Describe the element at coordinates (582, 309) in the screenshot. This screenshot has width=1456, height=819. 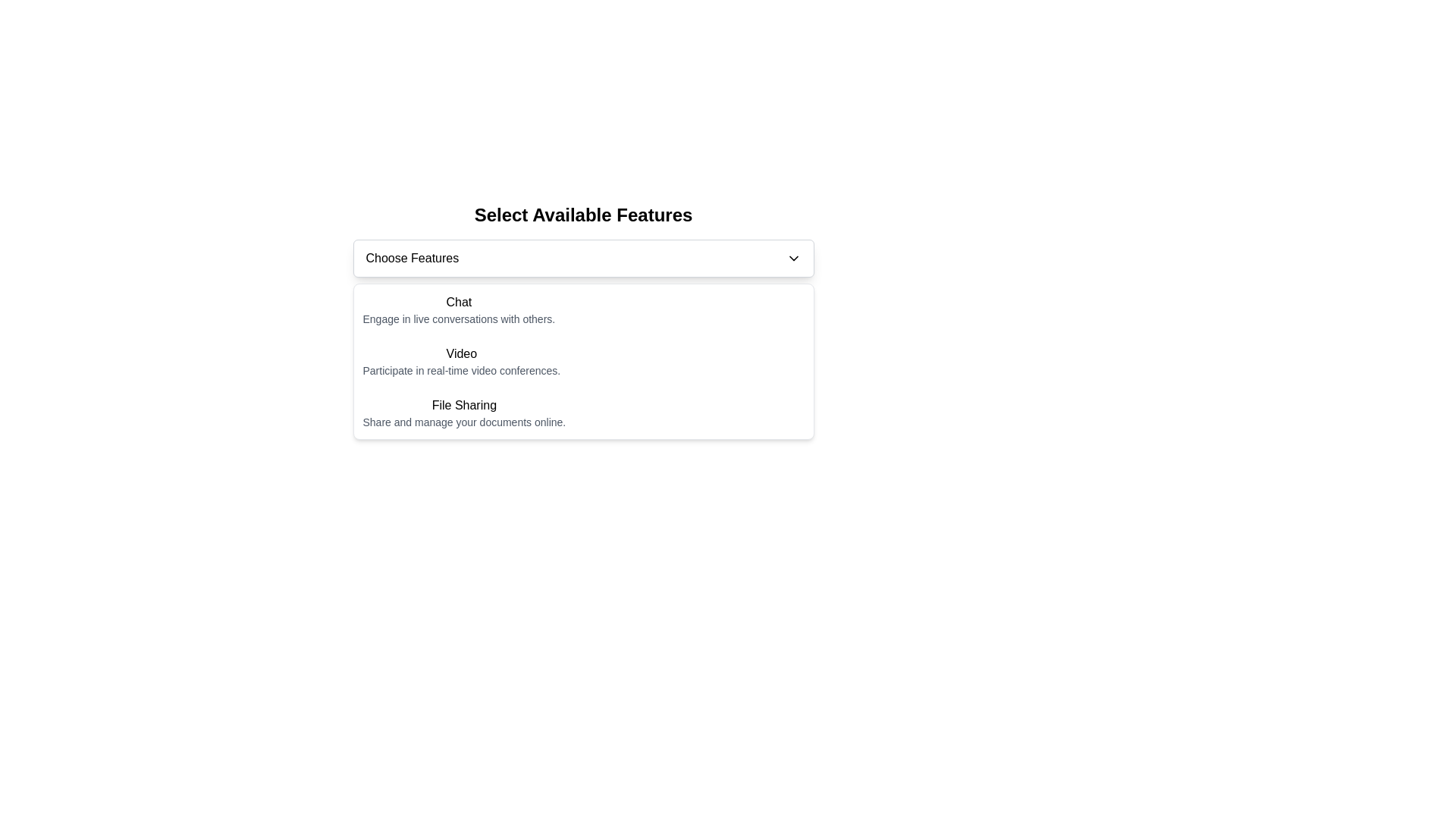
I see `the first selectable list item titled 'Chat' in the dropdown menu` at that location.